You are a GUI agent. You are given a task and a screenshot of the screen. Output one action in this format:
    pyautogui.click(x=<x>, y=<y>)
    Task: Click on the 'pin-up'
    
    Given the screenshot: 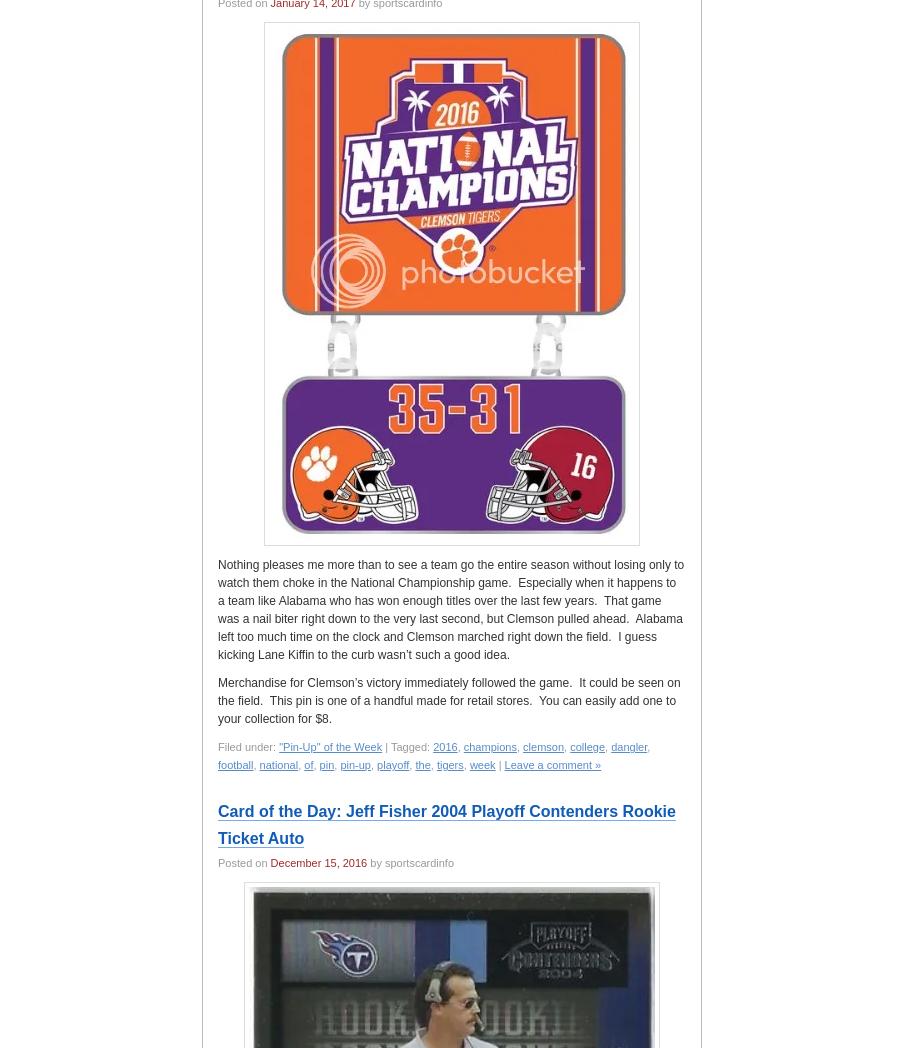 What is the action you would take?
    pyautogui.click(x=354, y=765)
    